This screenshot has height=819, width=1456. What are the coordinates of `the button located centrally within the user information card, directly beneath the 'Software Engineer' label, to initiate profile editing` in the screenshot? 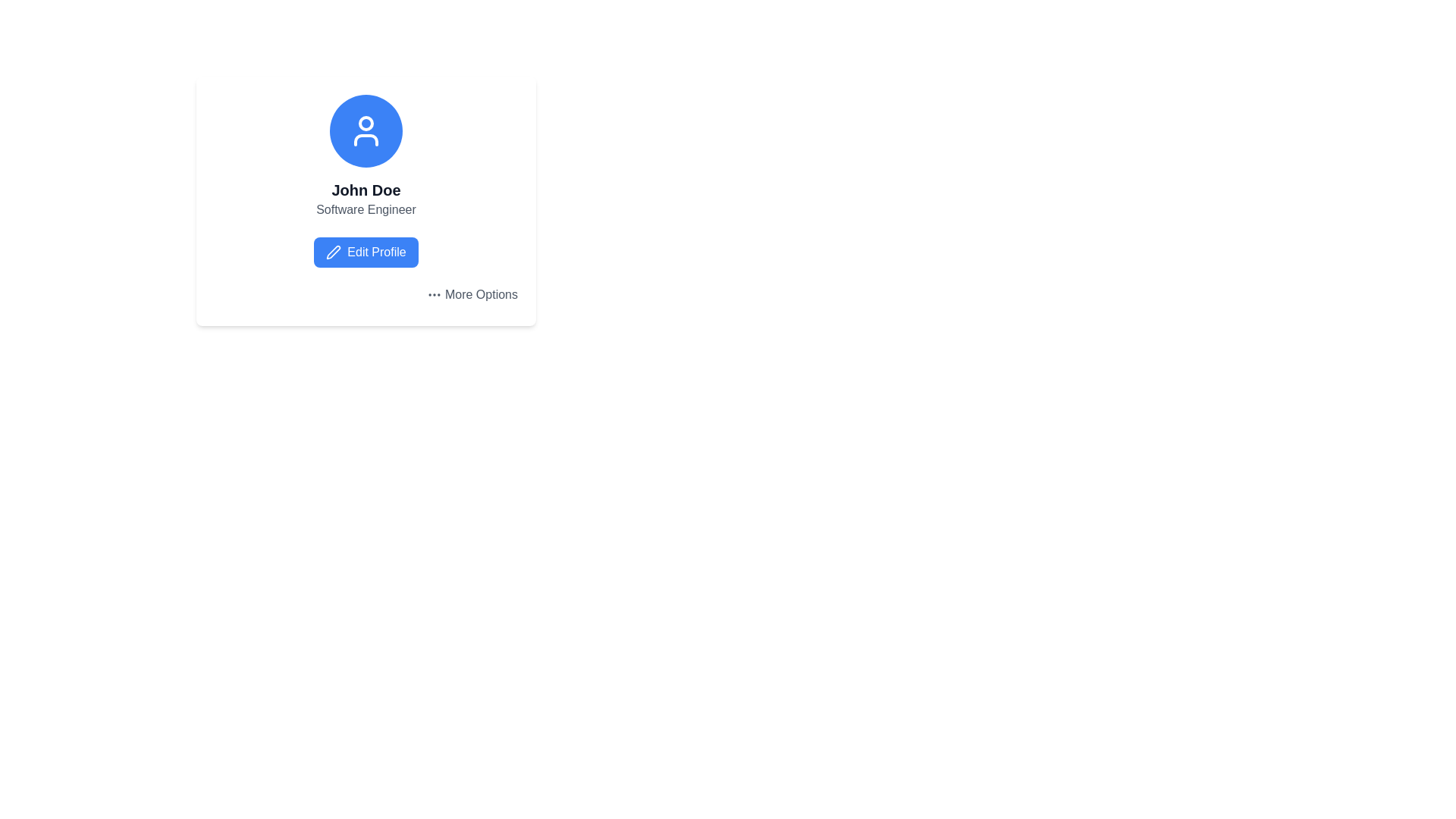 It's located at (366, 251).